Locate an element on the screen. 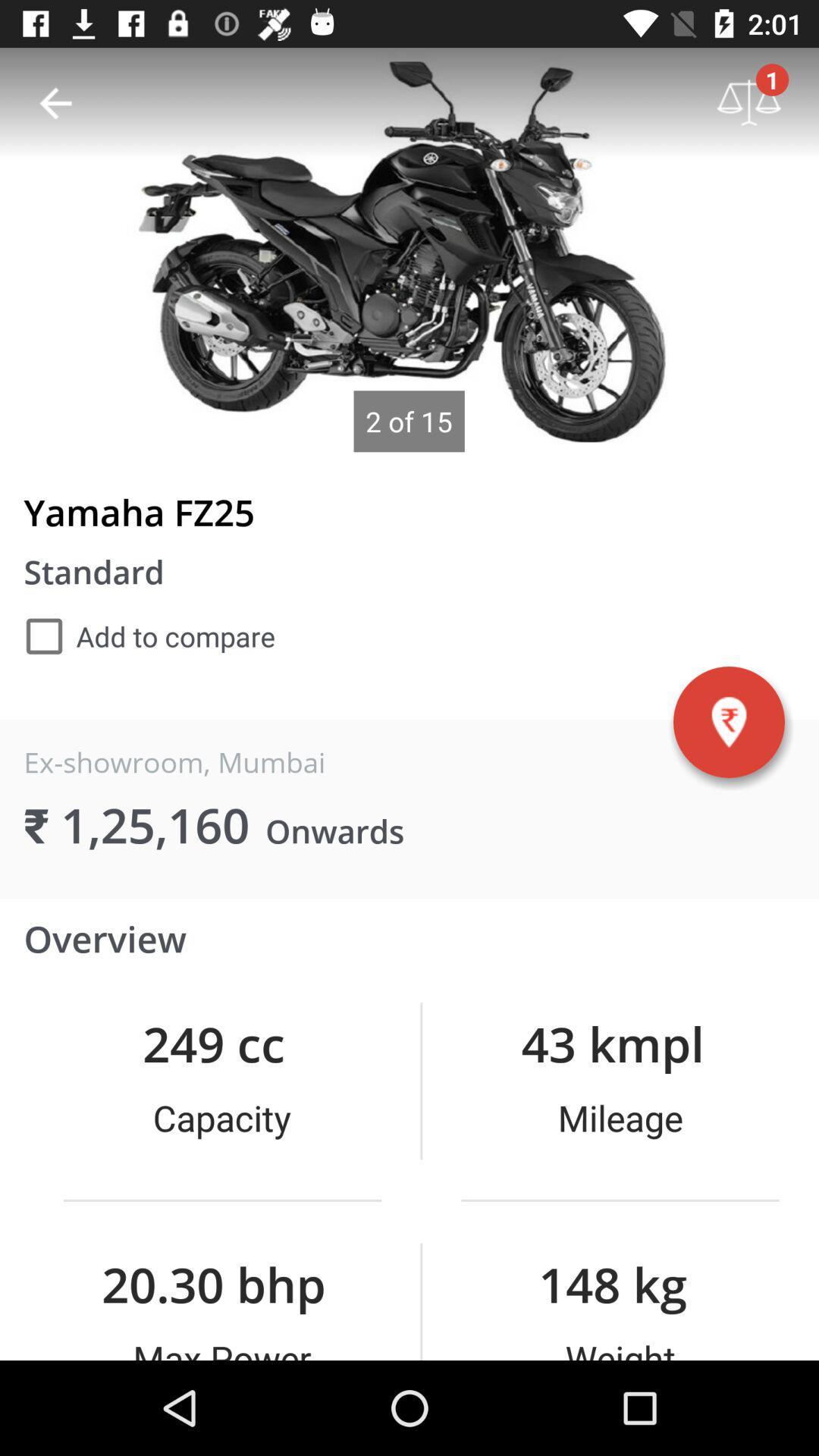 This screenshot has width=819, height=1456. the icon below the standard item is located at coordinates (149, 636).